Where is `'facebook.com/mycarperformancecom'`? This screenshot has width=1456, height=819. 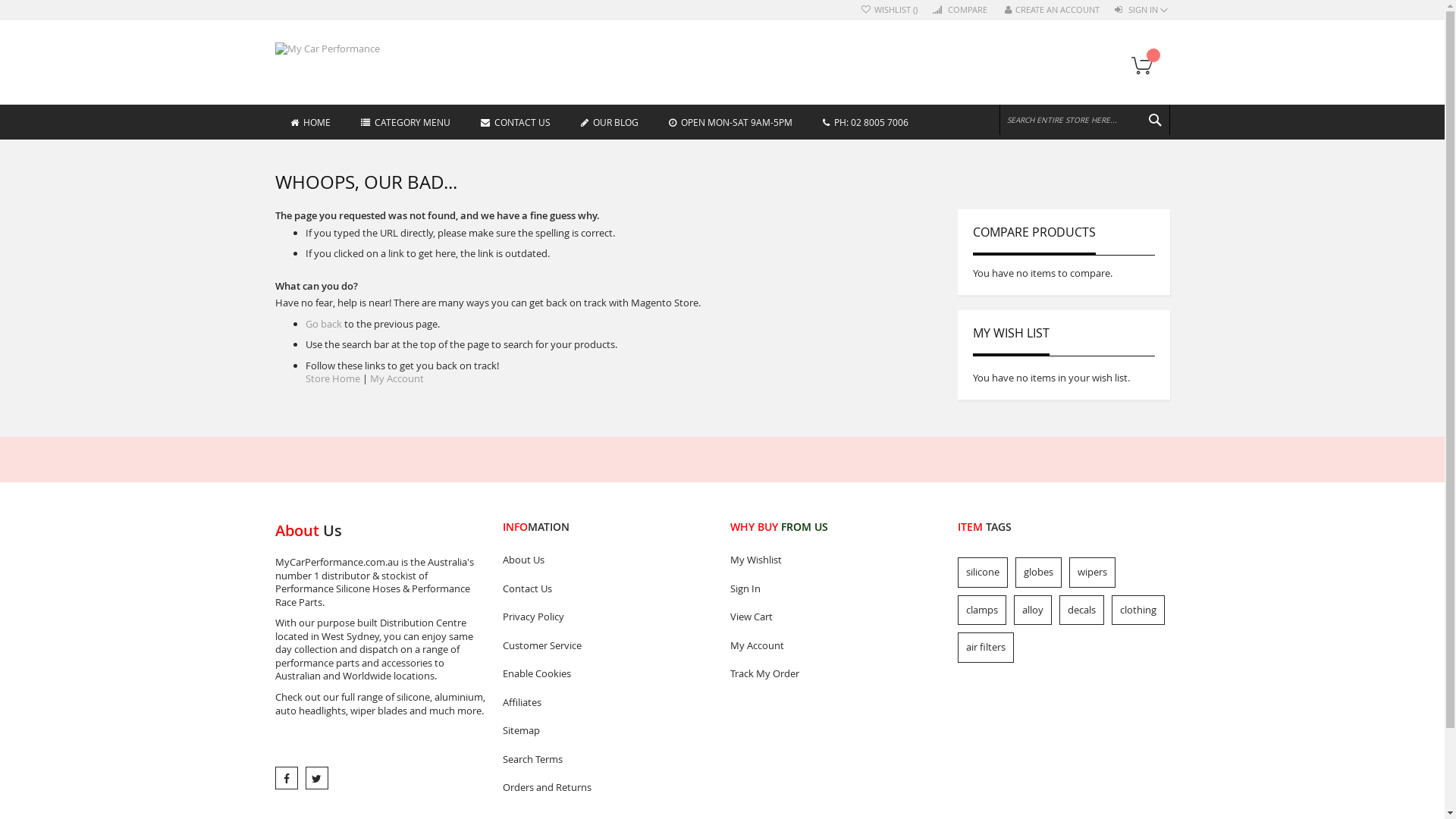
'facebook.com/mycarperformancecom' is located at coordinates (286, 778).